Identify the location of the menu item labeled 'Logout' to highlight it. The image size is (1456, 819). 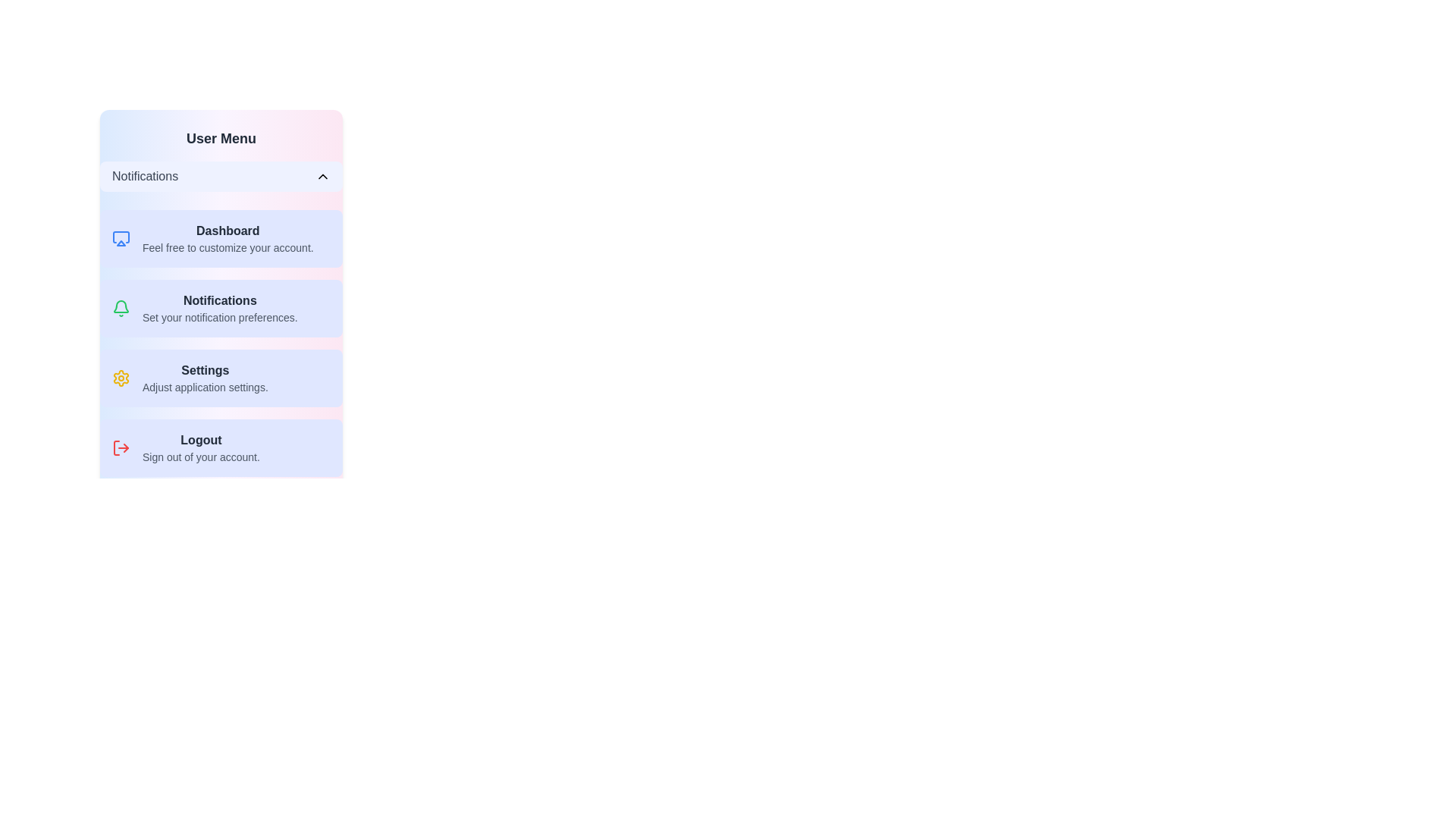
(221, 447).